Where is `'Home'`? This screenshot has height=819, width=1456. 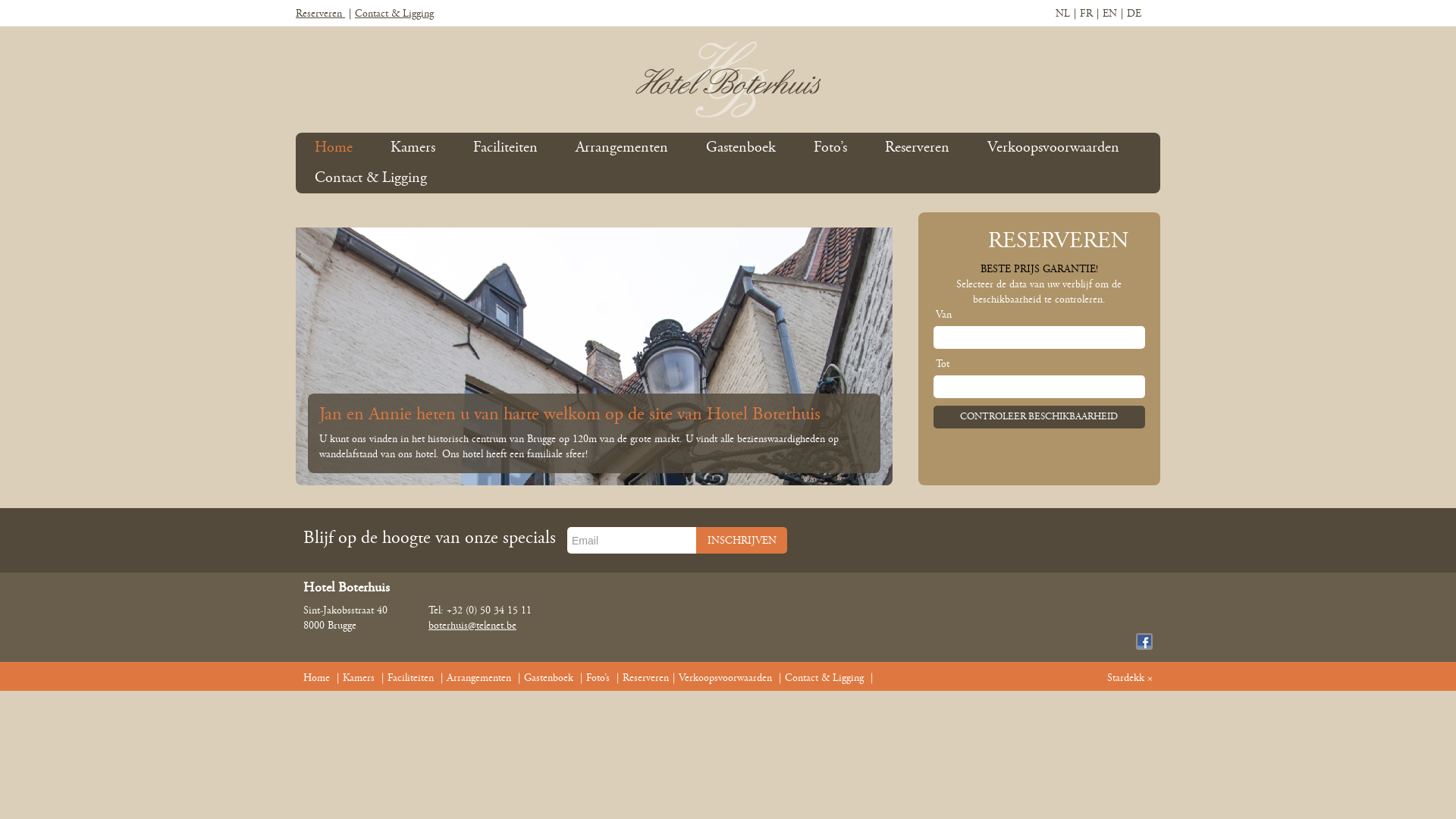
'Home' is located at coordinates (313, 148).